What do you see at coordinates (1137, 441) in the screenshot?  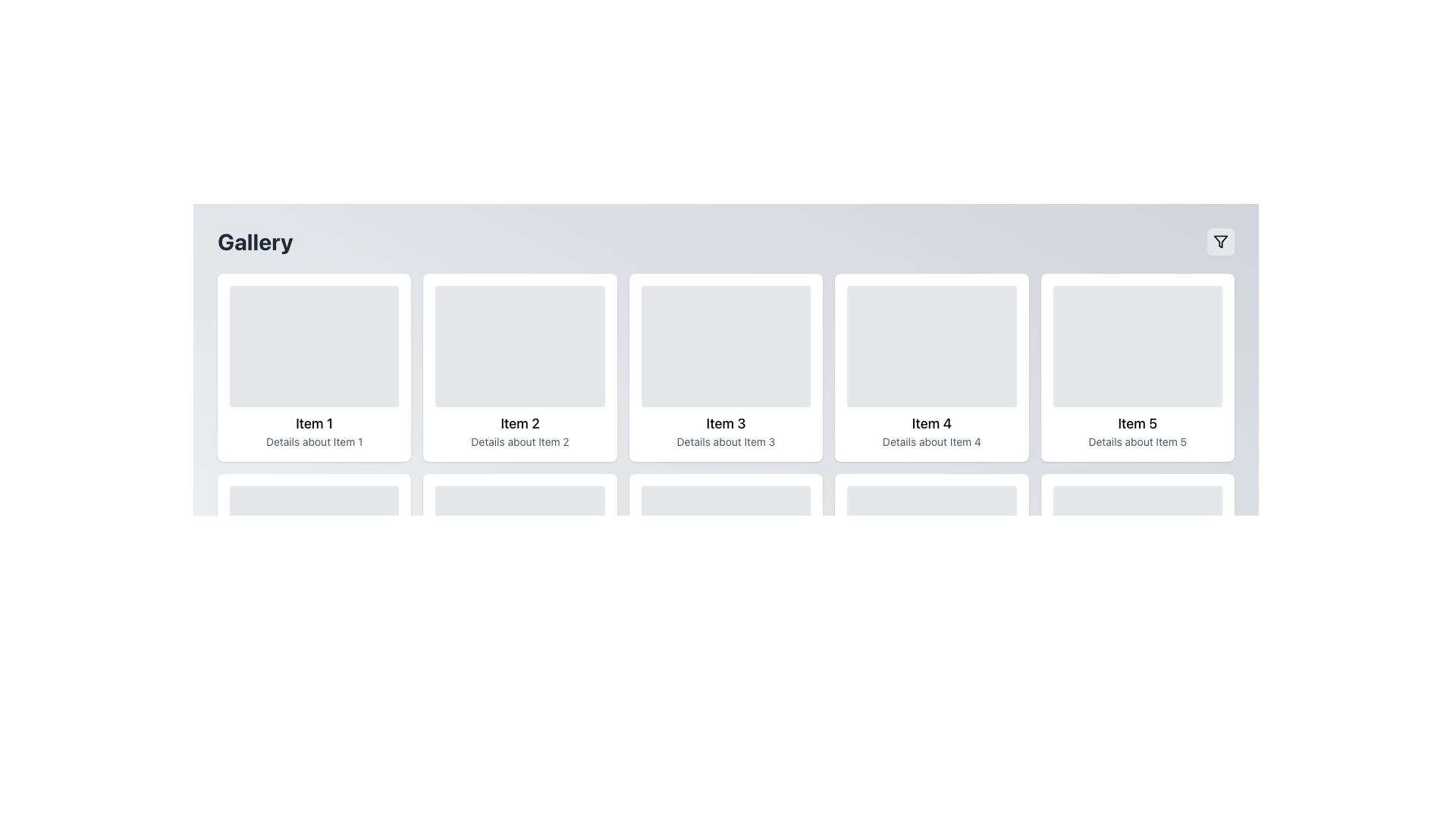 I see `the gray text label that reads 'Details about Item 5', which is located below the title 'Item 5' in the card representing 'Item 5'` at bounding box center [1137, 441].